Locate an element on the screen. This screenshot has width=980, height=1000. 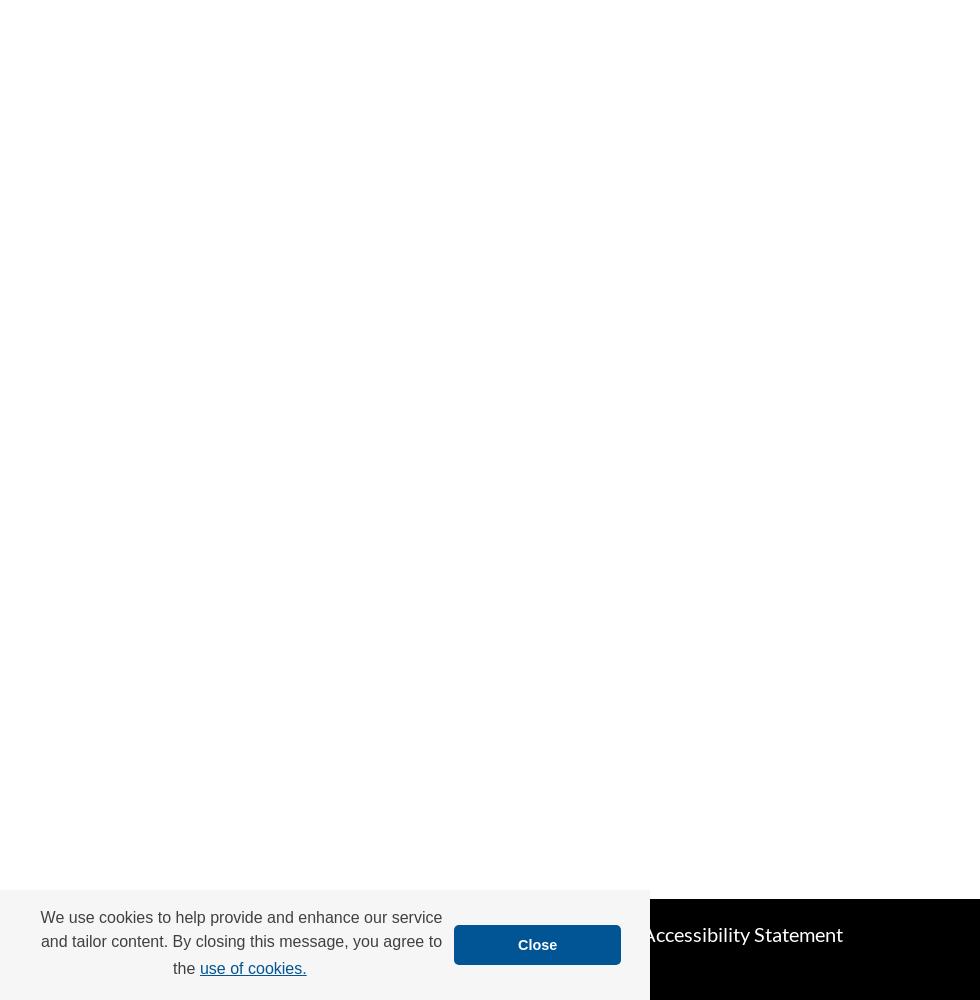
'Accessibility Statement' is located at coordinates (742, 934).